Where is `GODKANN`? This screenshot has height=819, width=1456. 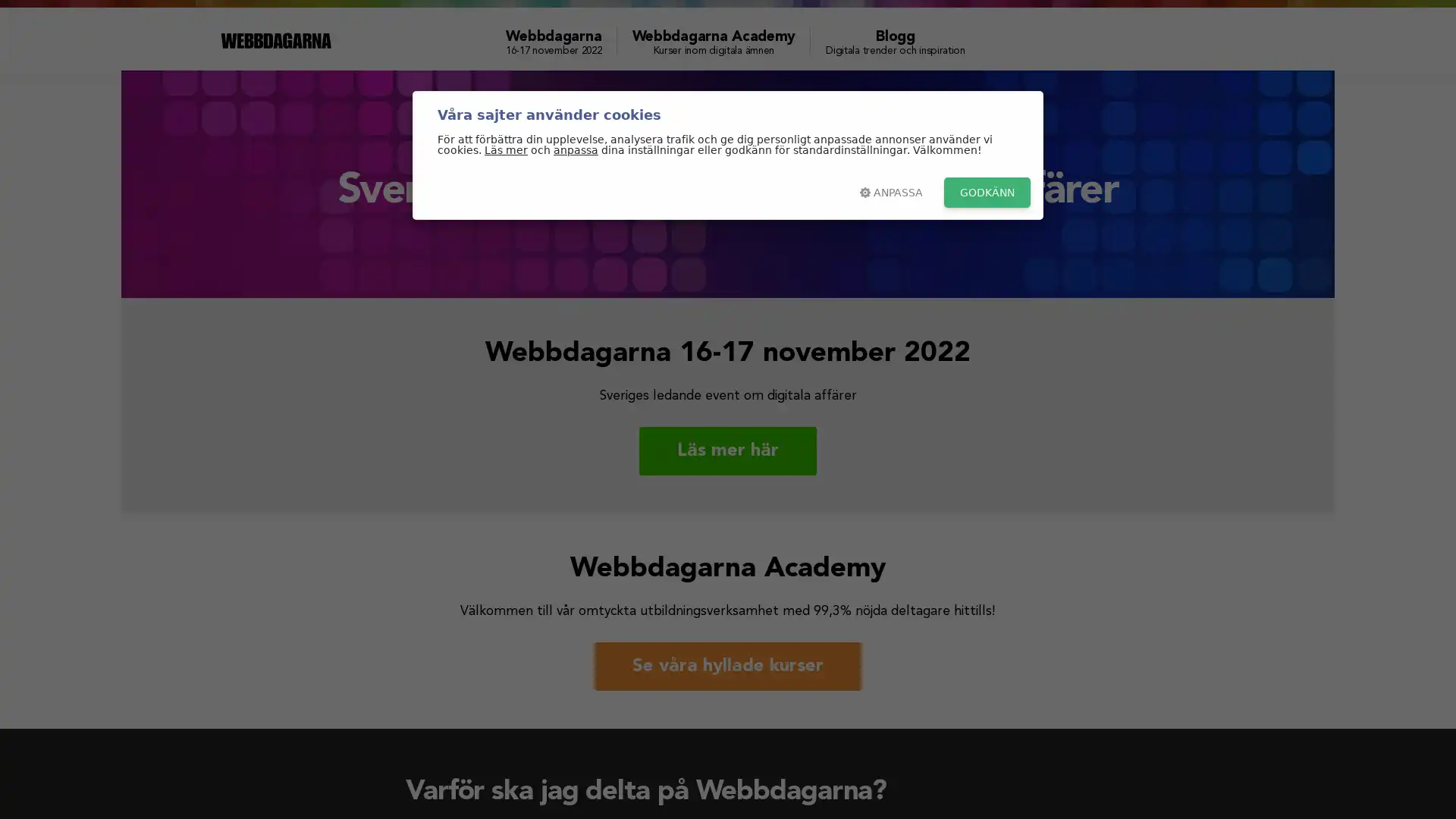 GODKANN is located at coordinates (987, 192).